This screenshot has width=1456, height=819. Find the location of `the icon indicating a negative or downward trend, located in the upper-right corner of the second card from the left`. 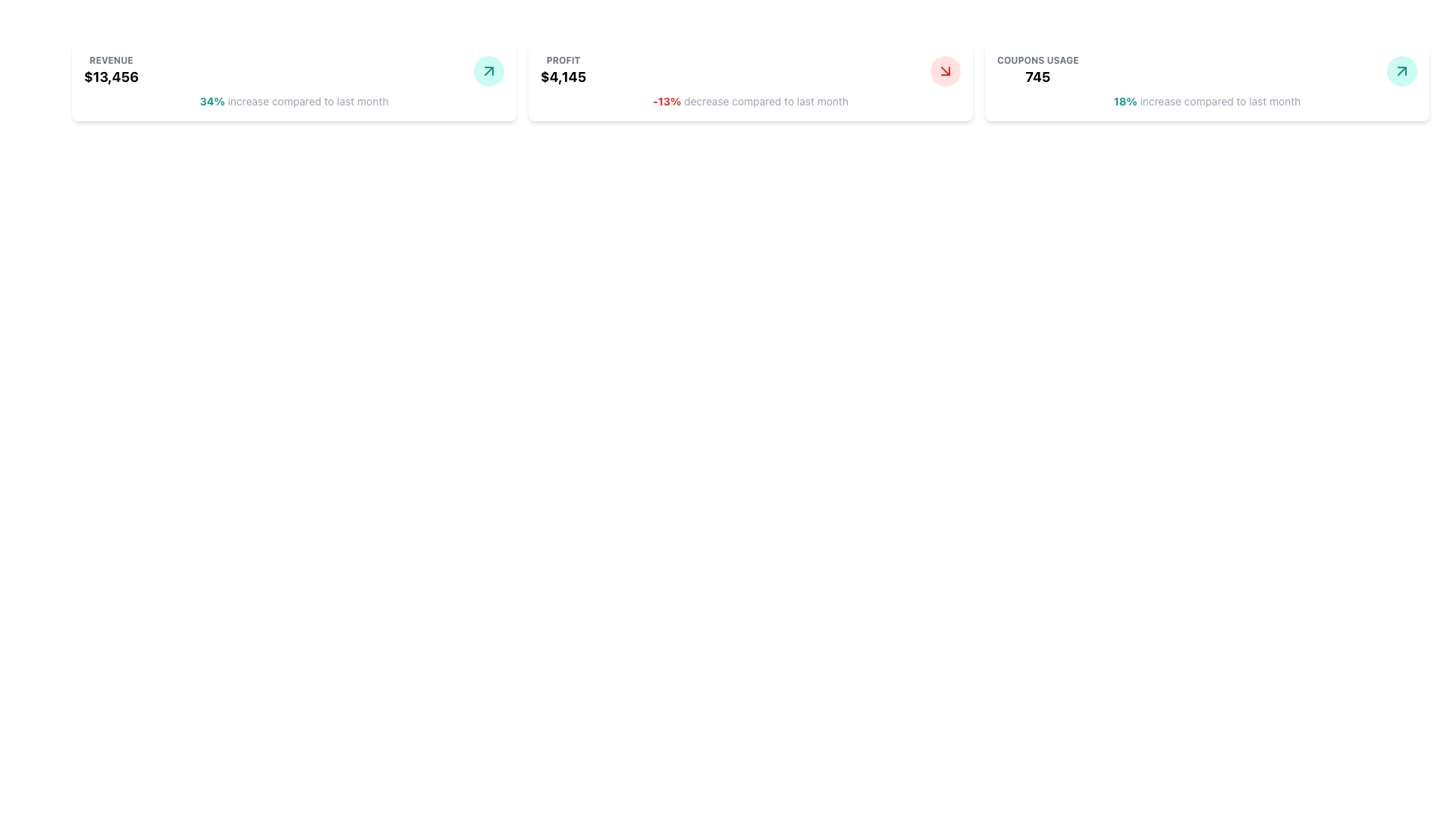

the icon indicating a negative or downward trend, located in the upper-right corner of the second card from the left is located at coordinates (945, 71).